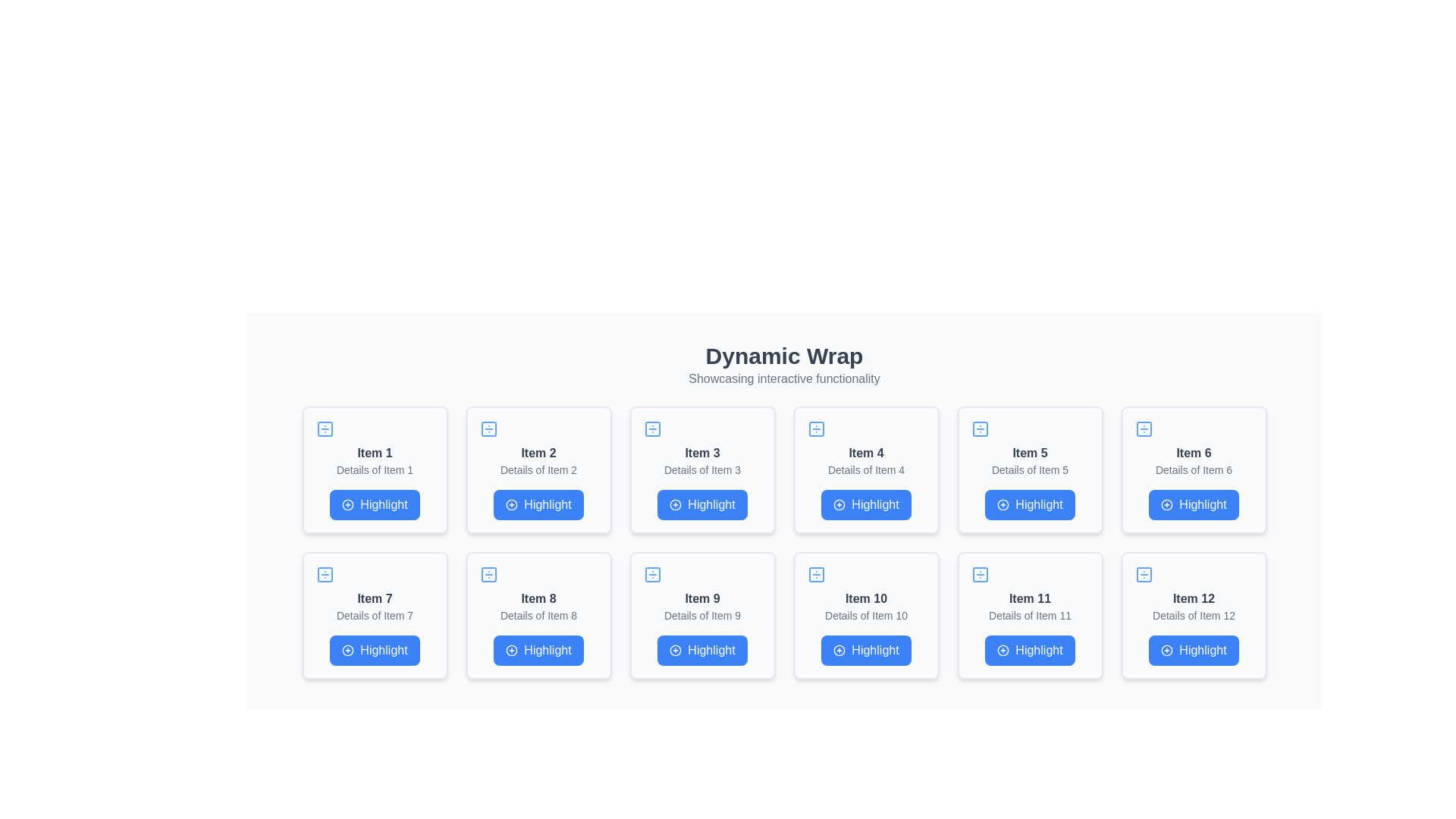 This screenshot has height=819, width=1456. What do you see at coordinates (375, 649) in the screenshot?
I see `the rectangular blue button labeled 'Highlight' with a plus sign icon` at bounding box center [375, 649].